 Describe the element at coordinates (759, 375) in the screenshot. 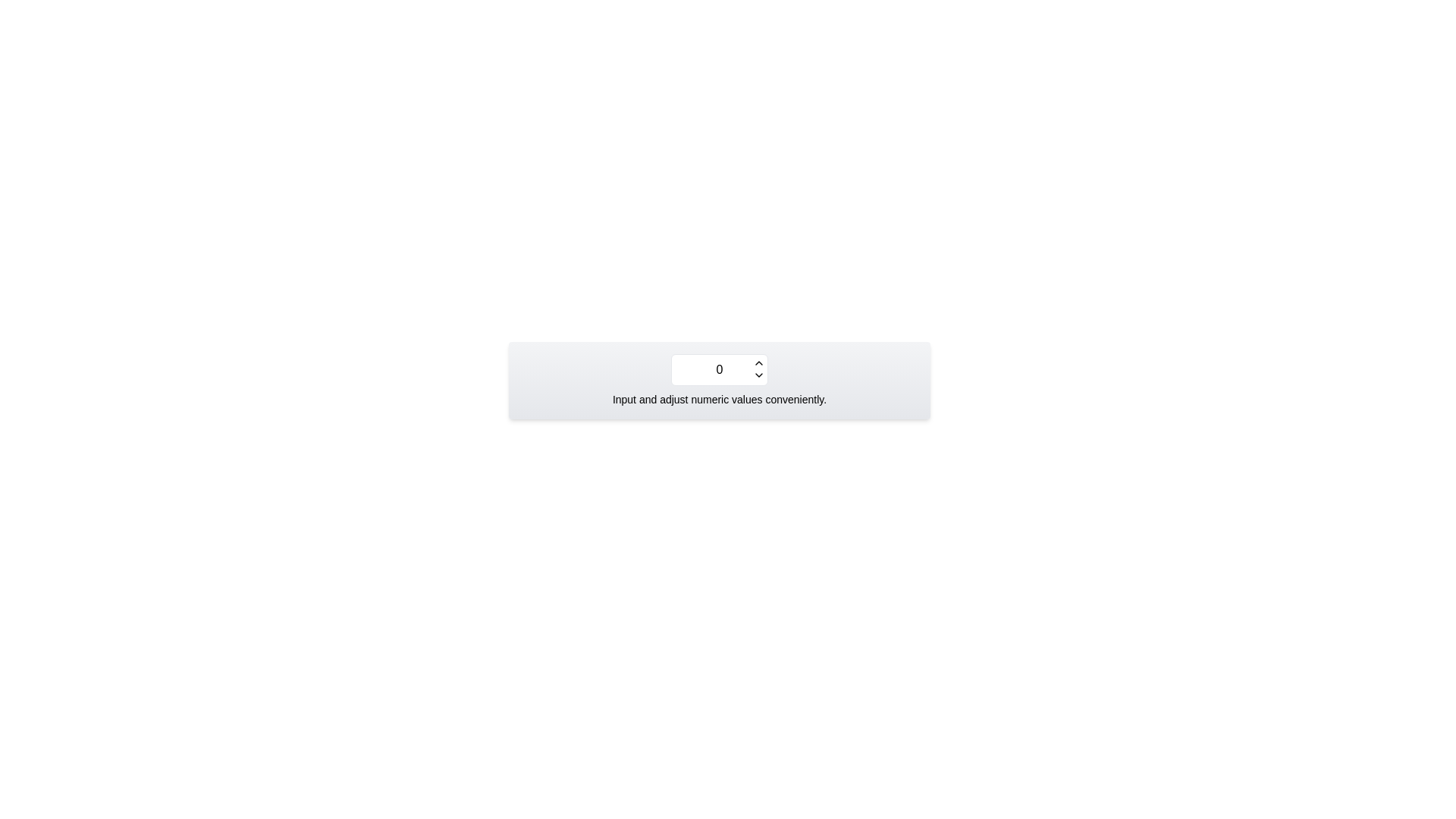

I see `the downward-pointing chevron icon located at the bottom-right corner of the numeric input field` at that location.